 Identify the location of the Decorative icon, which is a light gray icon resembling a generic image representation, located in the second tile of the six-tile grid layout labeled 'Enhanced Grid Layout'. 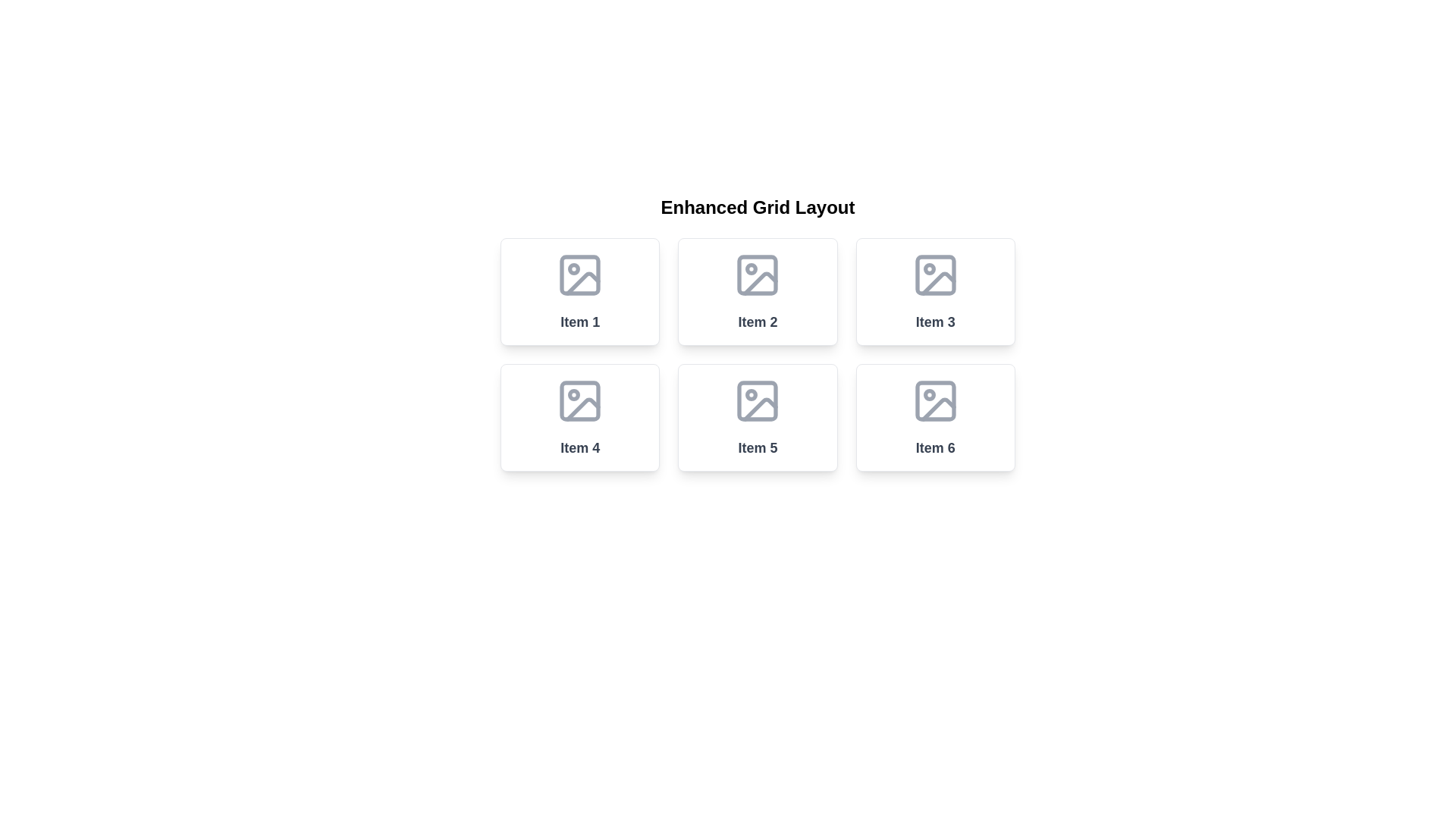
(758, 275).